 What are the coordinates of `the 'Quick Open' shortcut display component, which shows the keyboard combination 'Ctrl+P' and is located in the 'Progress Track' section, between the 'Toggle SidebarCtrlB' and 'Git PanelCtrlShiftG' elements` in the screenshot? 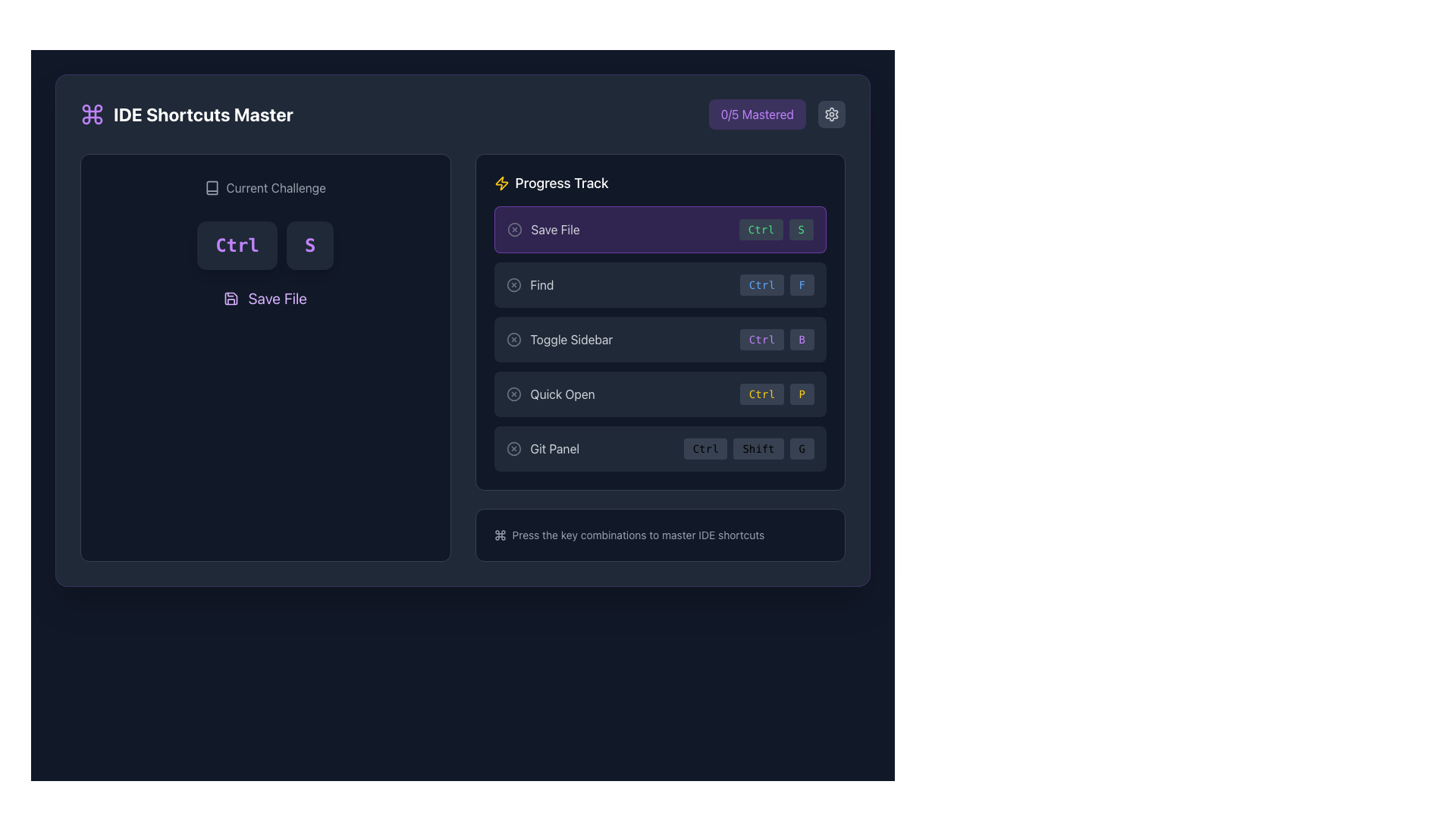 It's located at (660, 394).